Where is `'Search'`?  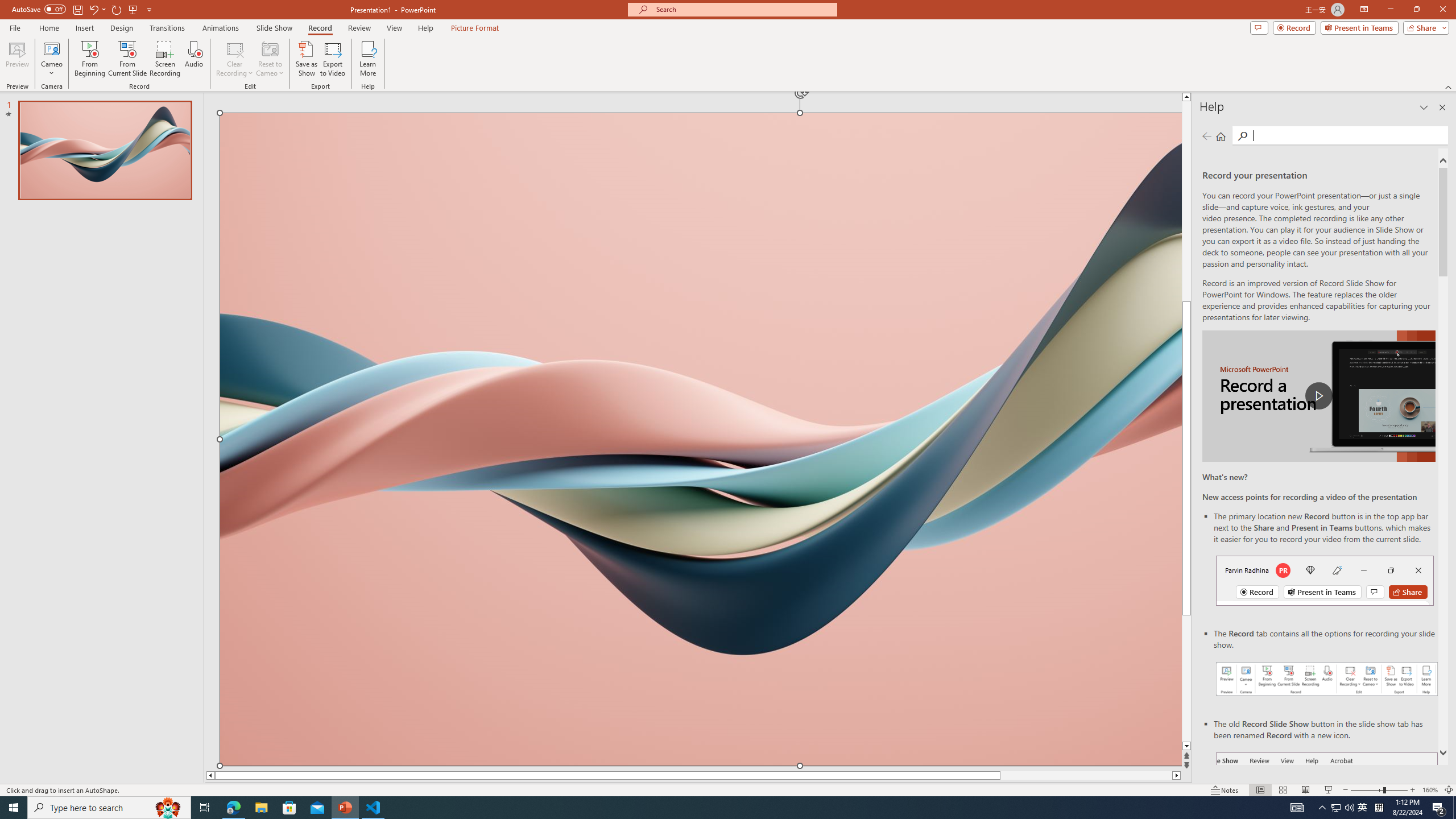
'Search' is located at coordinates (1347, 135).